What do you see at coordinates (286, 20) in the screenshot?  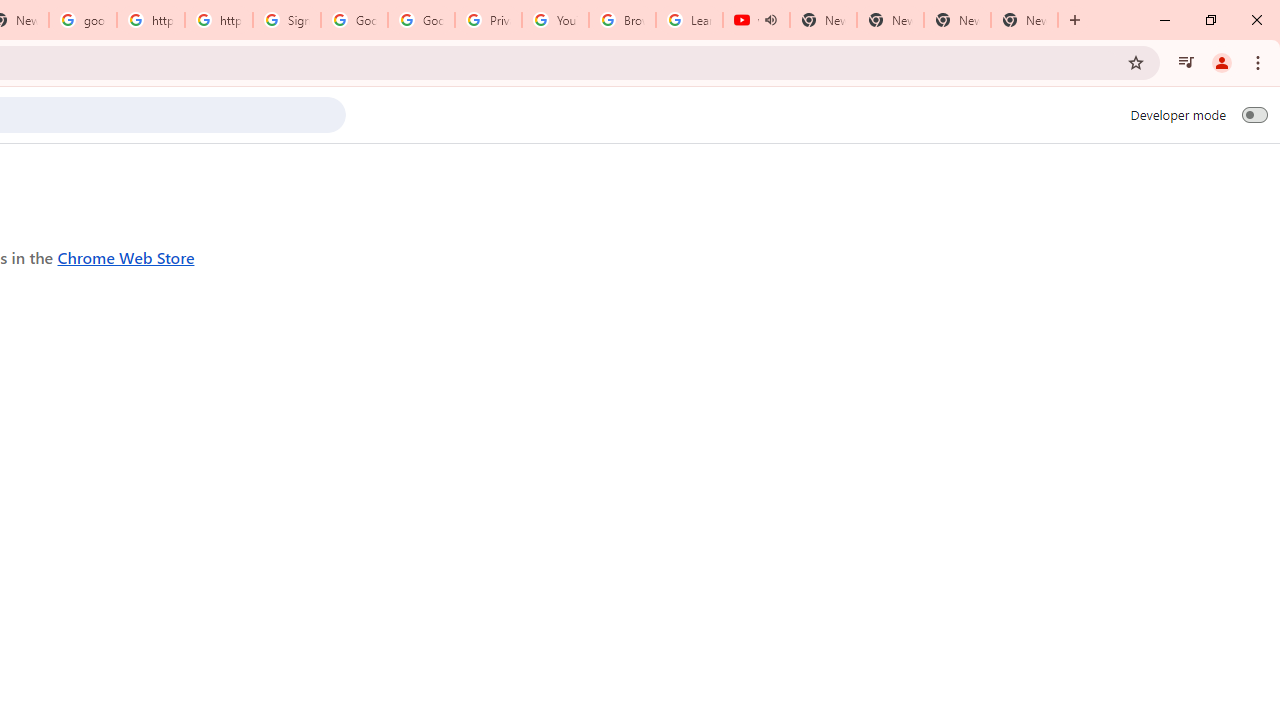 I see `'Sign in - Google Accounts'` at bounding box center [286, 20].